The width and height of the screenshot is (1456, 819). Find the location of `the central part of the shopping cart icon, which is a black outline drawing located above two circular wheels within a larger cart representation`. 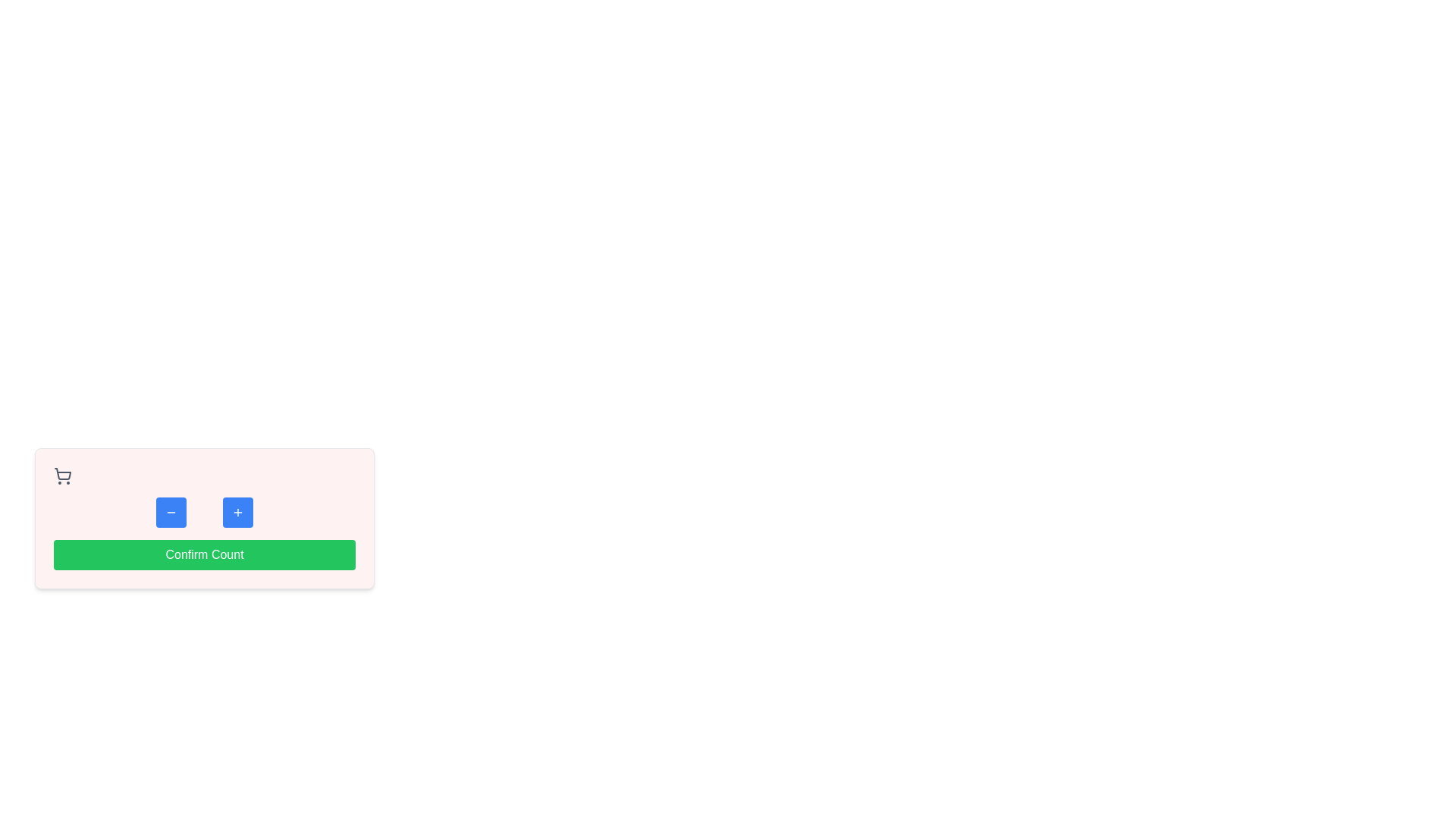

the central part of the shopping cart icon, which is a black outline drawing located above two circular wheels within a larger cart representation is located at coordinates (62, 472).